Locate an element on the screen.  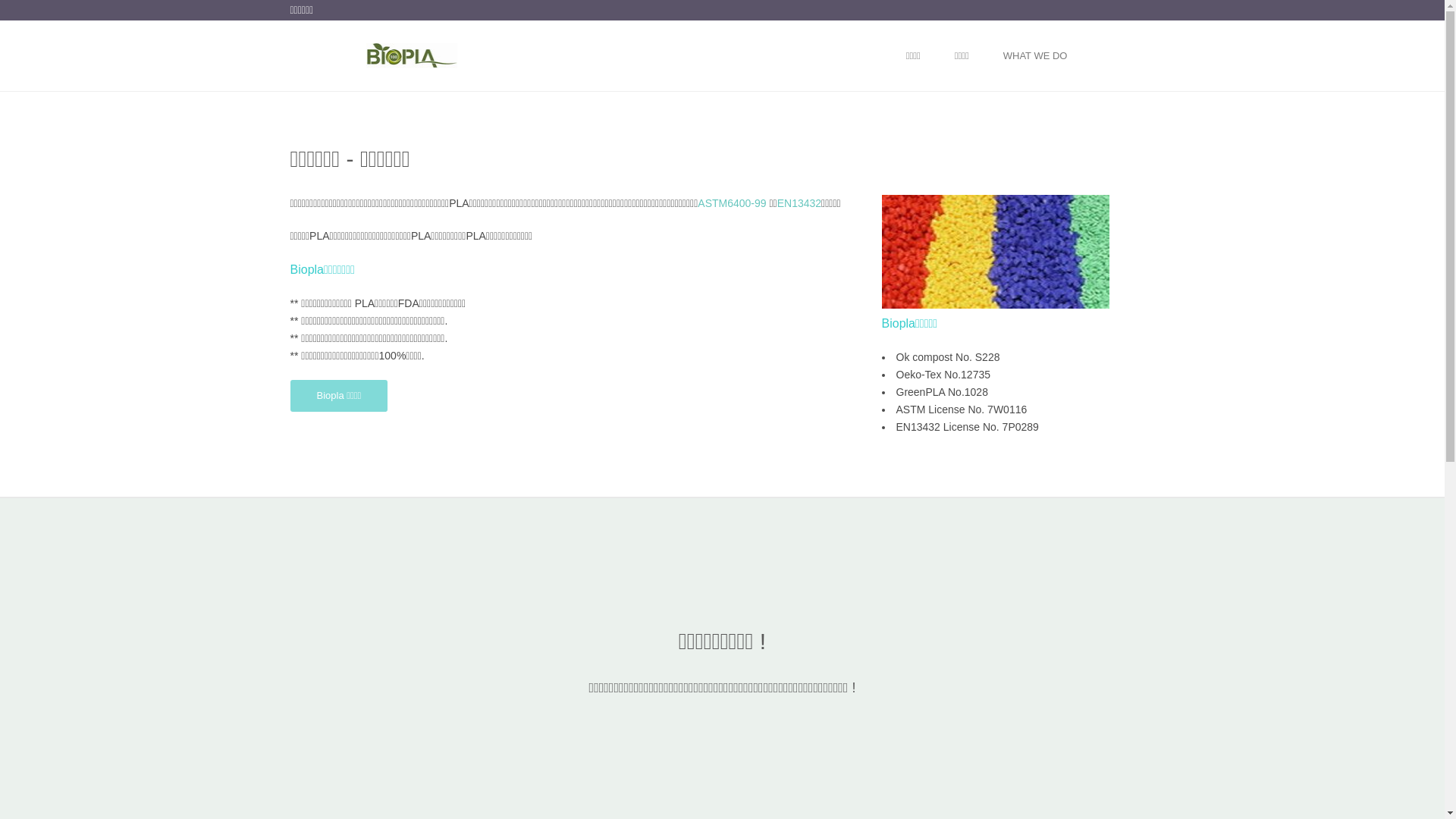
'WHAT WE DO' is located at coordinates (1034, 55).